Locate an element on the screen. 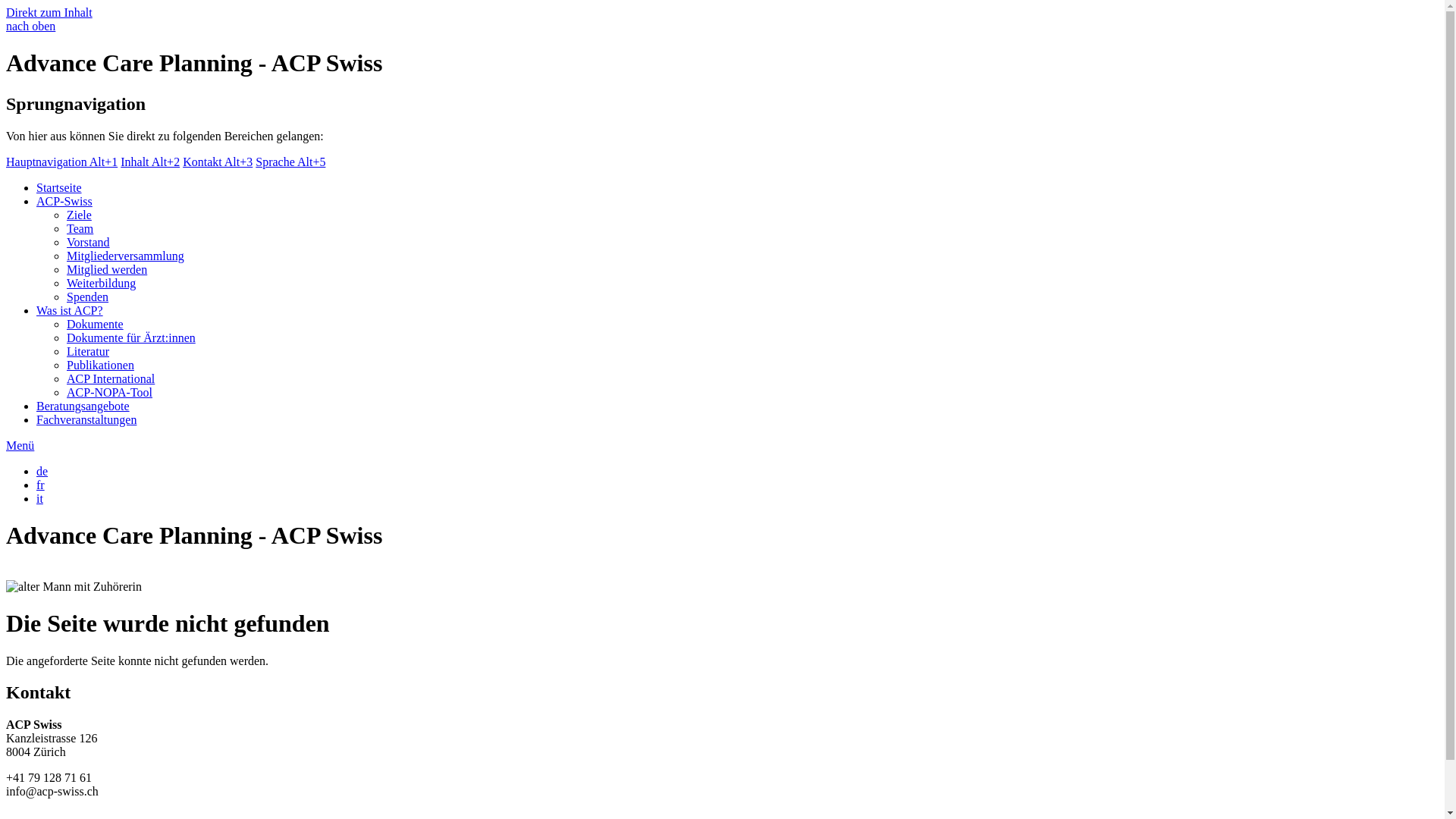 Image resolution: width=1456 pixels, height=819 pixels. 'de' is located at coordinates (42, 470).